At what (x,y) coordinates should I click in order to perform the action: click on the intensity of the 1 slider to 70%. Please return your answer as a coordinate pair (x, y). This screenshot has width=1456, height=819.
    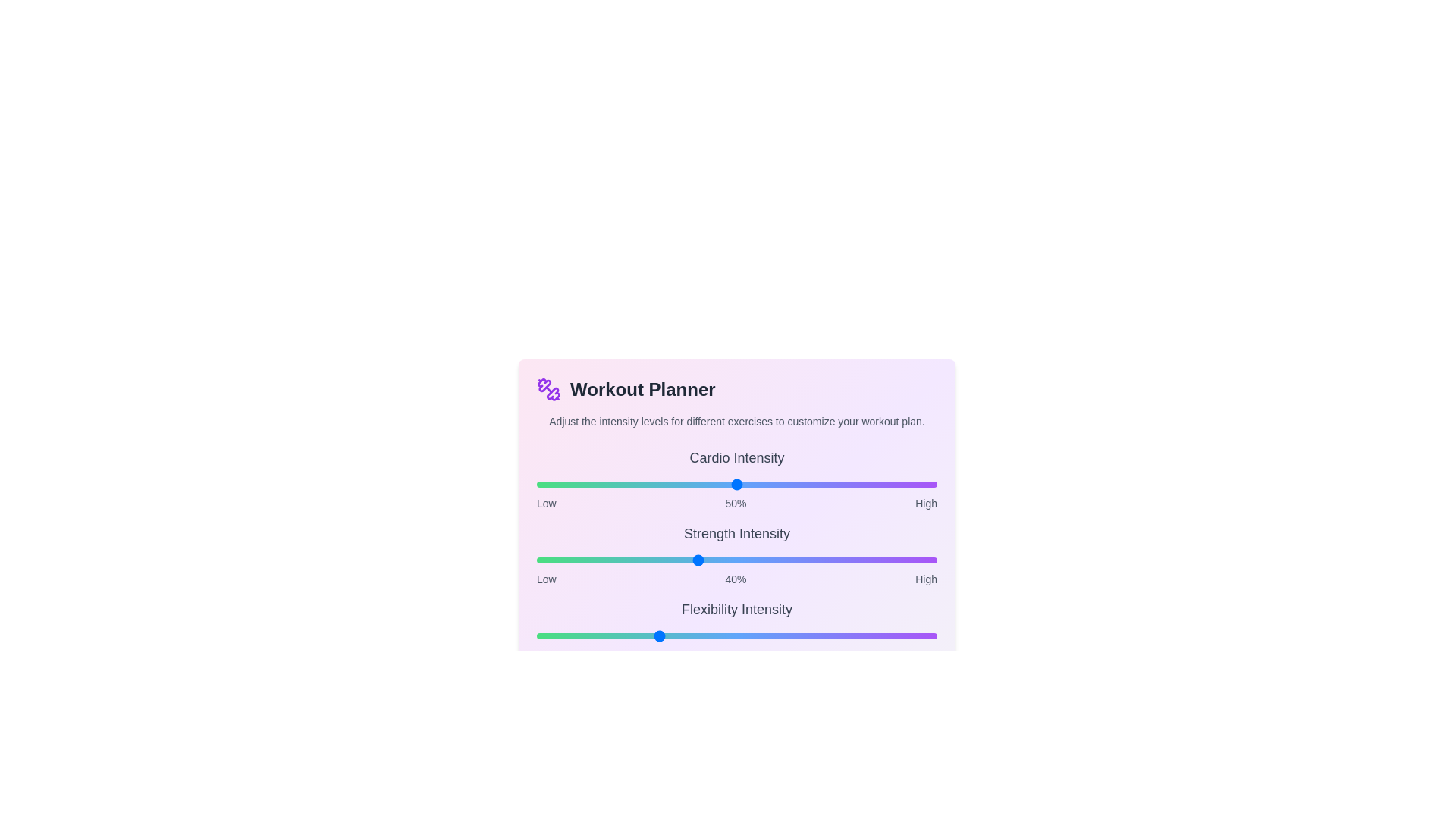
    Looking at the image, I should click on (816, 560).